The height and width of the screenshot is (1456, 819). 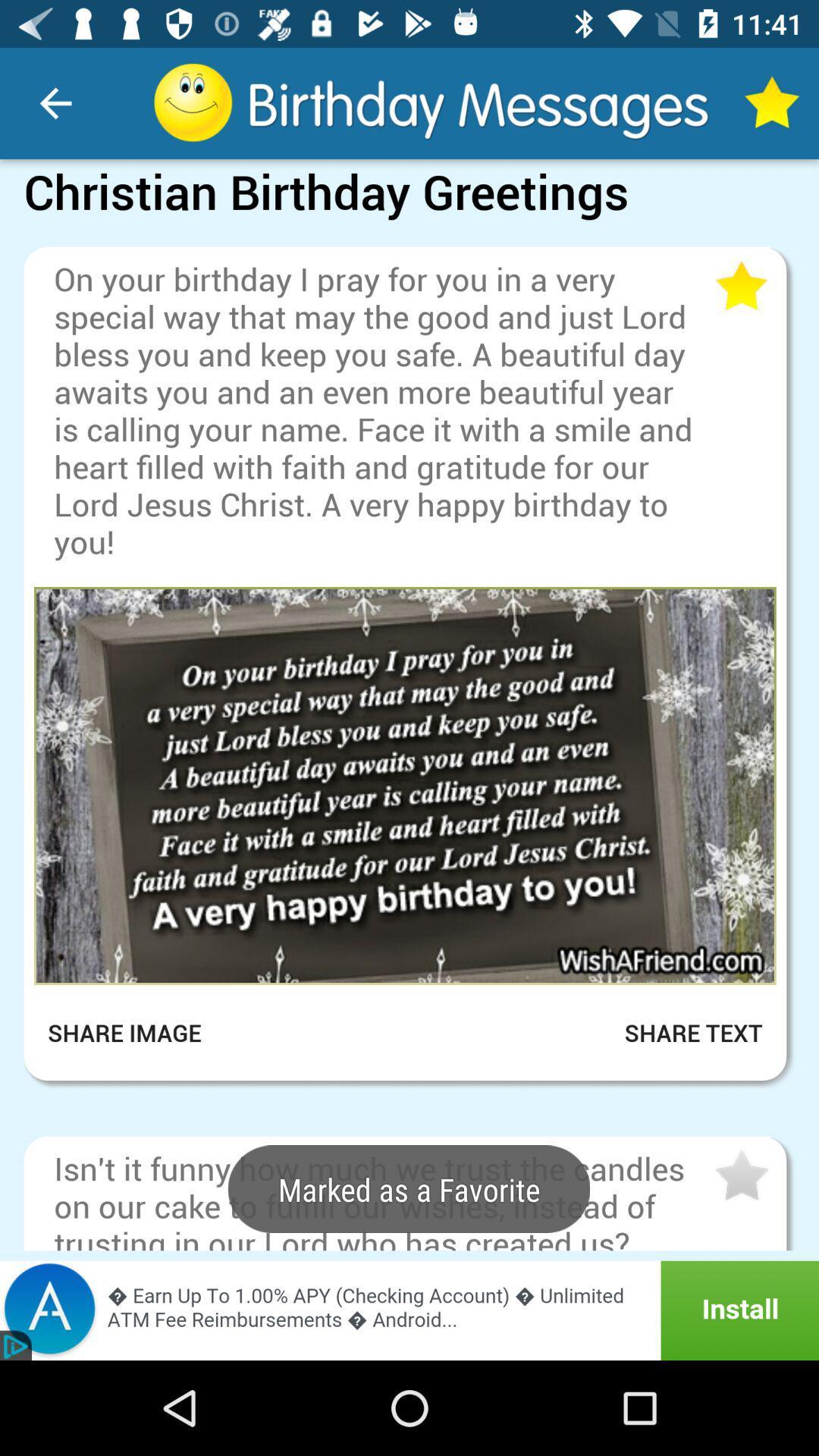 What do you see at coordinates (55, 102) in the screenshot?
I see `item at the top left corner` at bounding box center [55, 102].